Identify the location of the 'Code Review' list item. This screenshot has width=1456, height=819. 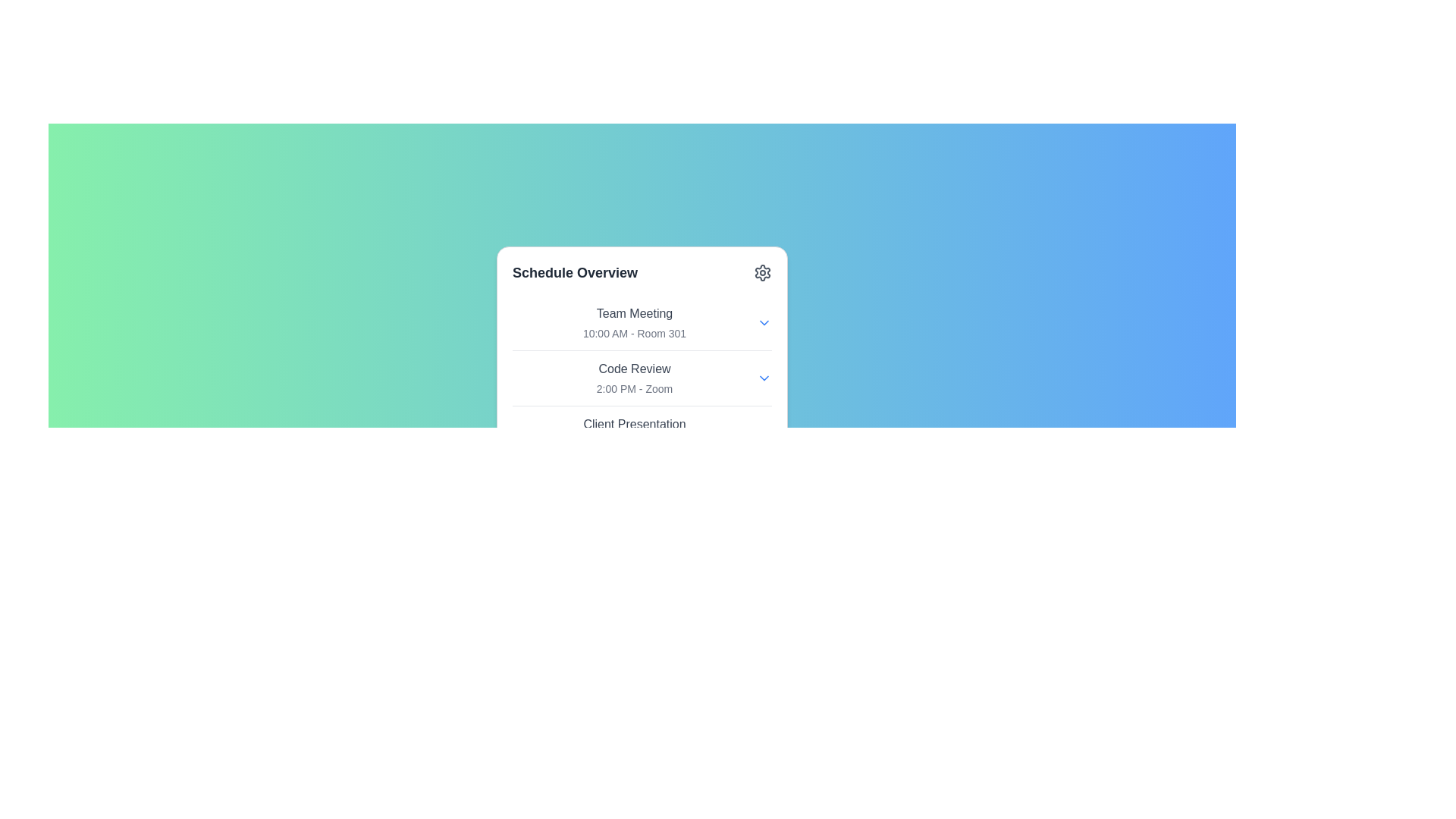
(642, 376).